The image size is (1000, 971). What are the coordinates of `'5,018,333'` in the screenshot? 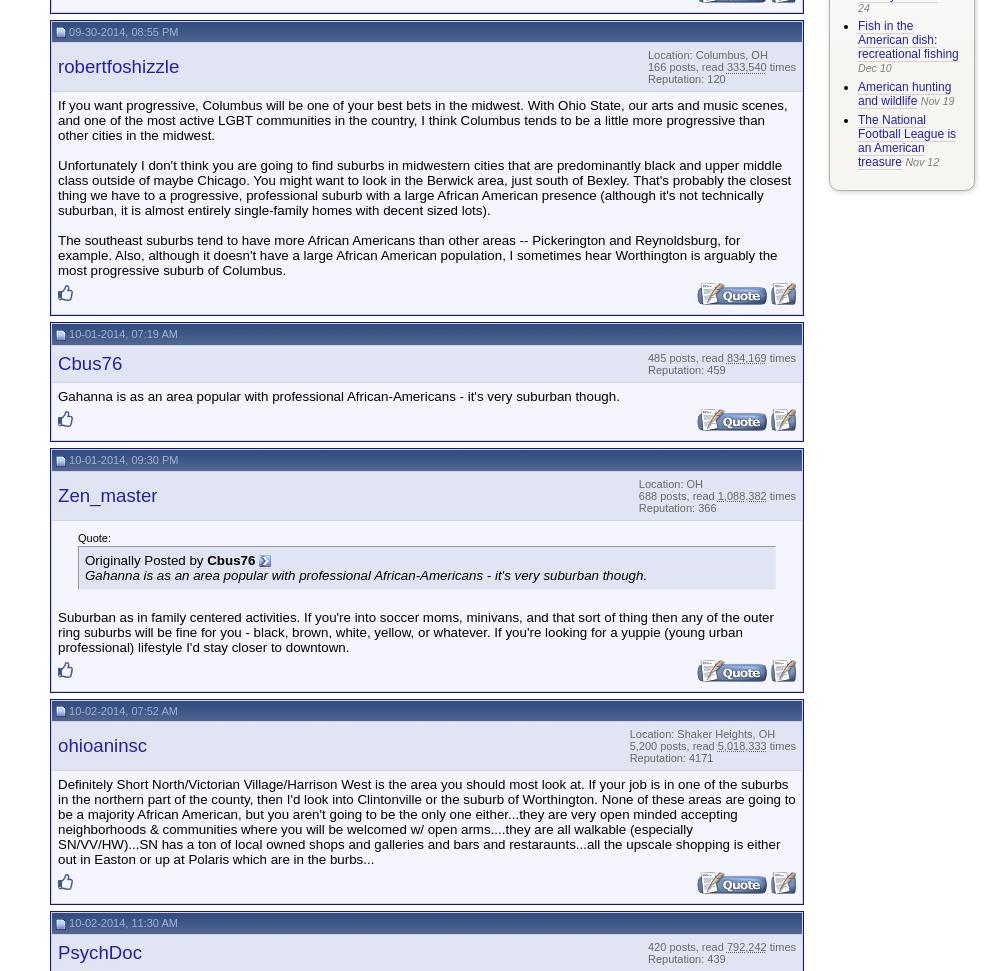 It's located at (740, 745).